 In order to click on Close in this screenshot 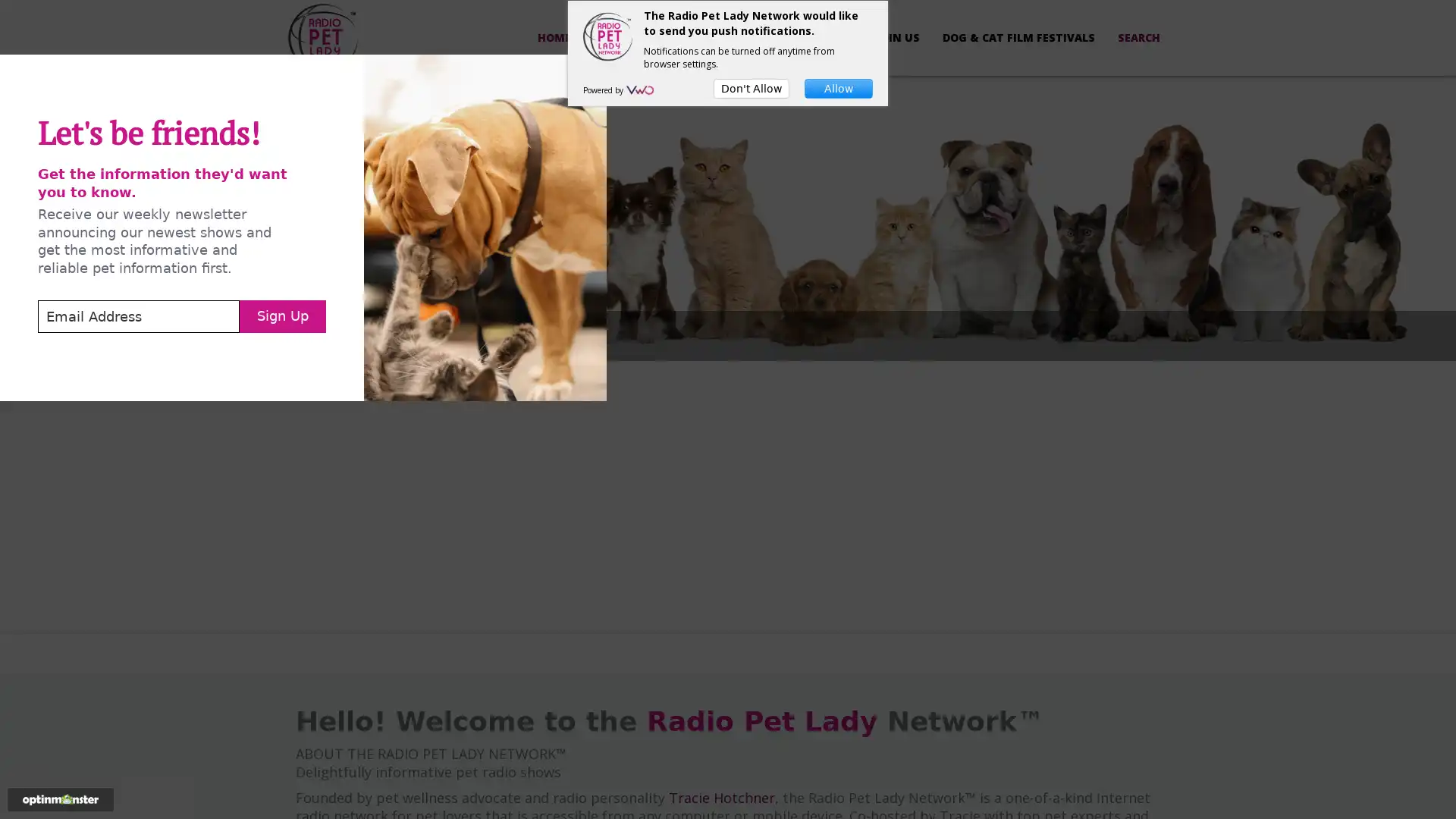, I will do `click(1012, 253)`.